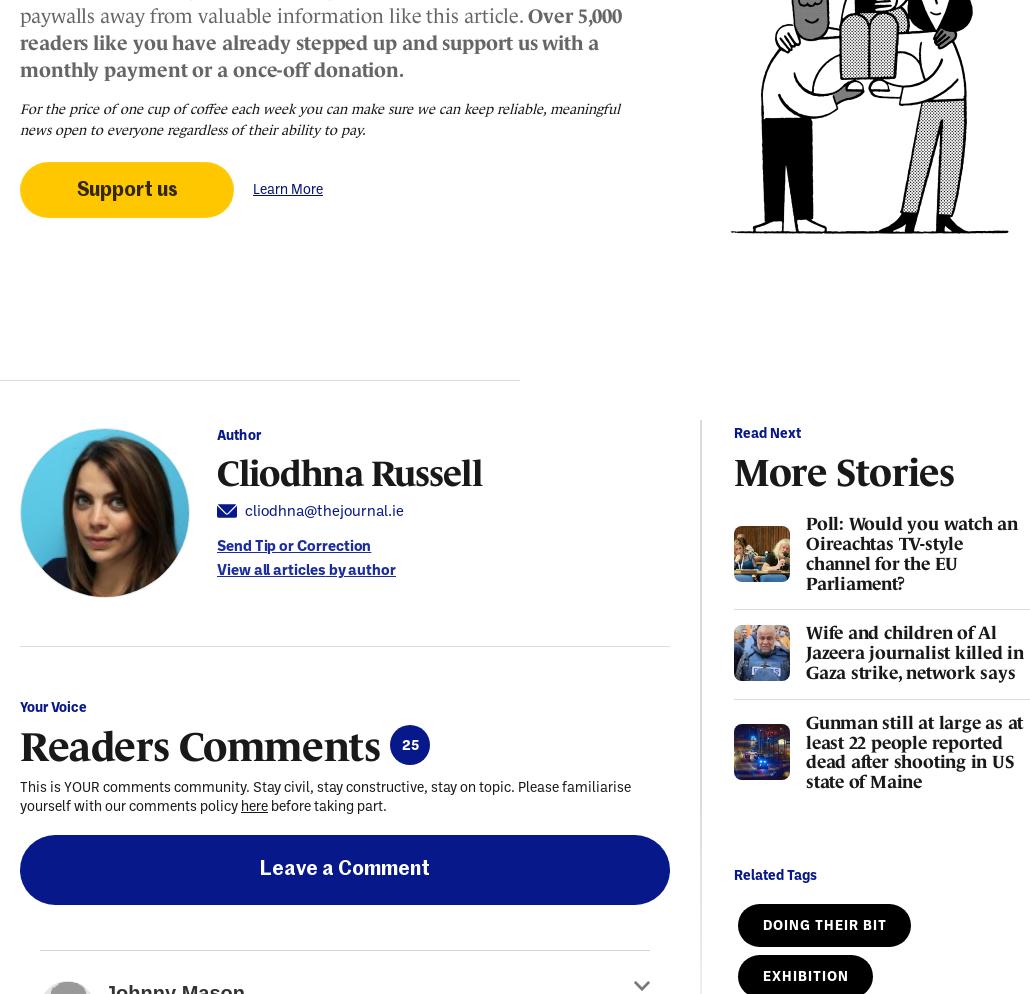 This screenshot has width=1030, height=994. I want to click on 'More Stories', so click(842, 468).